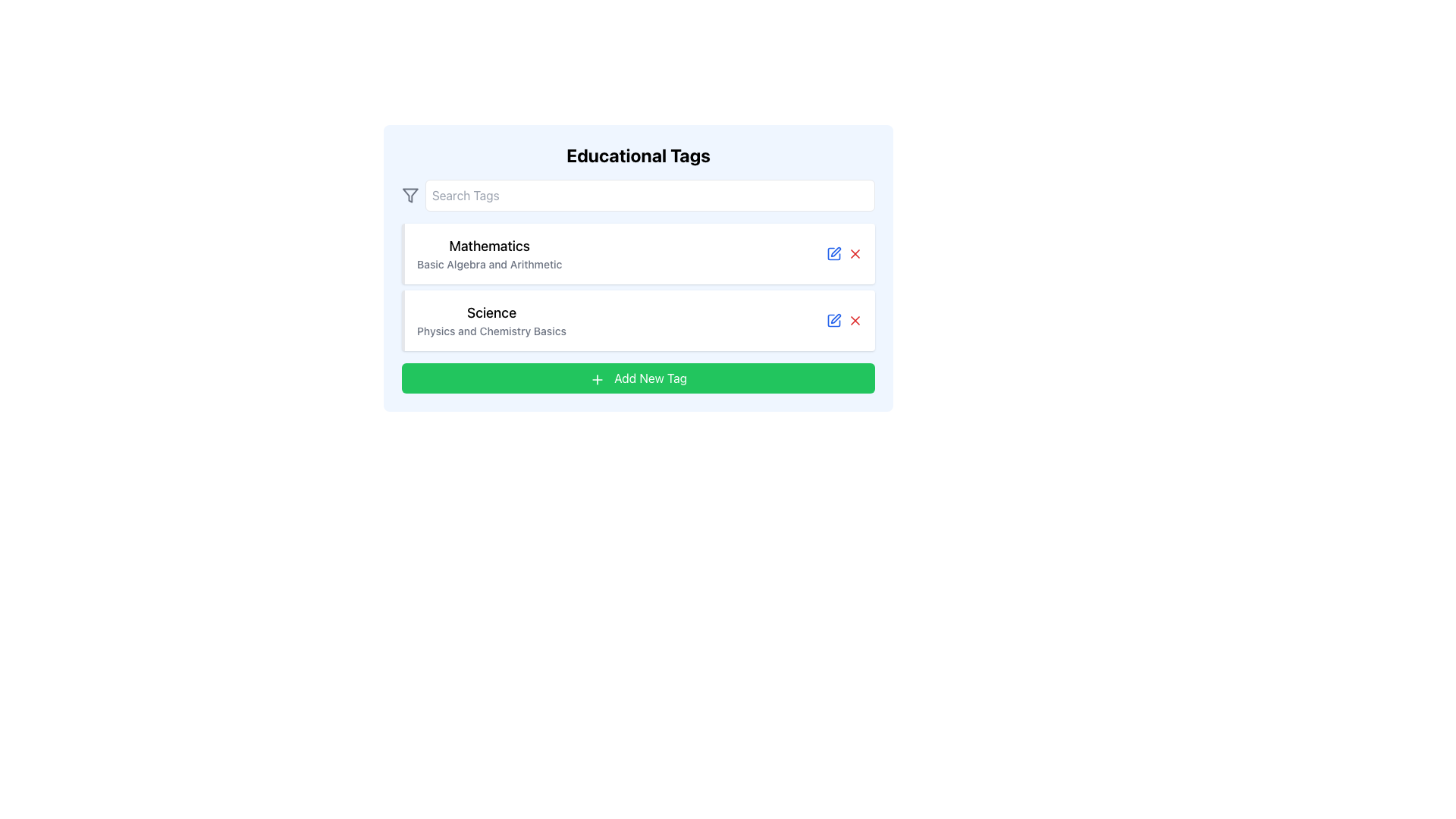 This screenshot has height=819, width=1456. Describe the element at coordinates (410, 195) in the screenshot. I see `the filter icon located to the left of the 'Search Tags' text input box, which serves as a visual representation for filtering actions` at that location.